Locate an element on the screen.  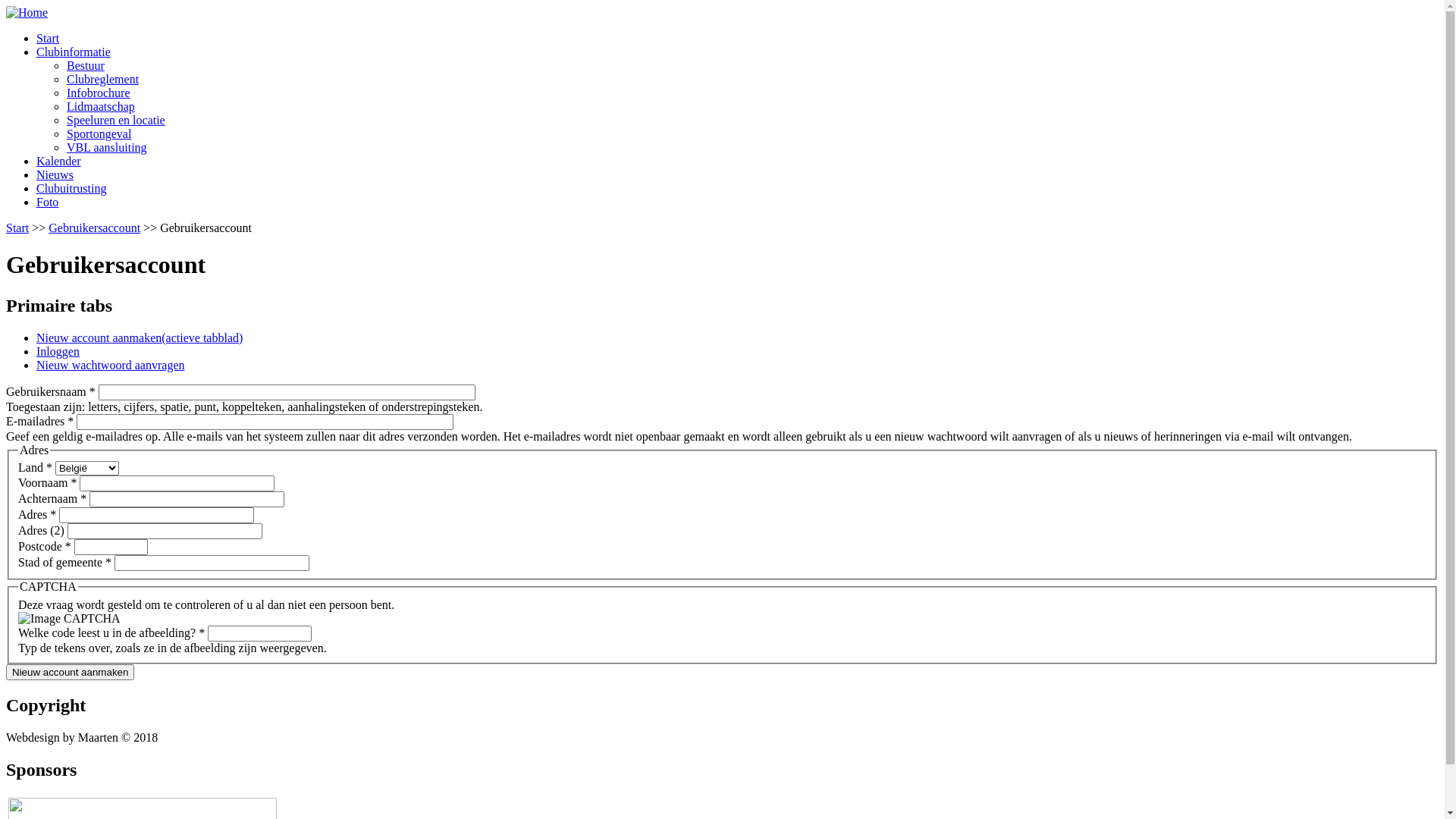
'Inloggen' is located at coordinates (58, 351).